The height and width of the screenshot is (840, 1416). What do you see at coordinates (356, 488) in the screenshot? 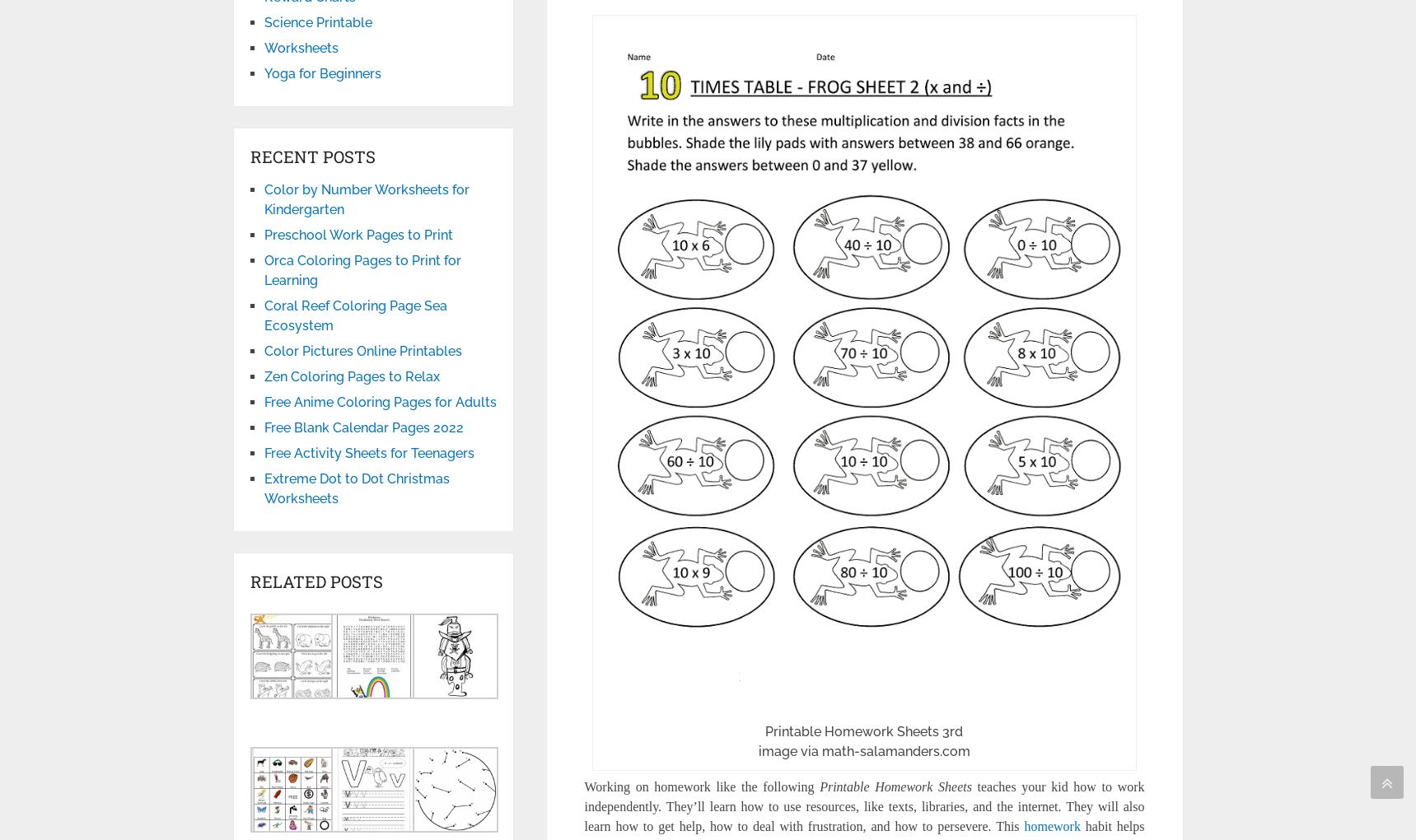
I see `'Extreme Dot to Dot Christmas Worksheets'` at bounding box center [356, 488].